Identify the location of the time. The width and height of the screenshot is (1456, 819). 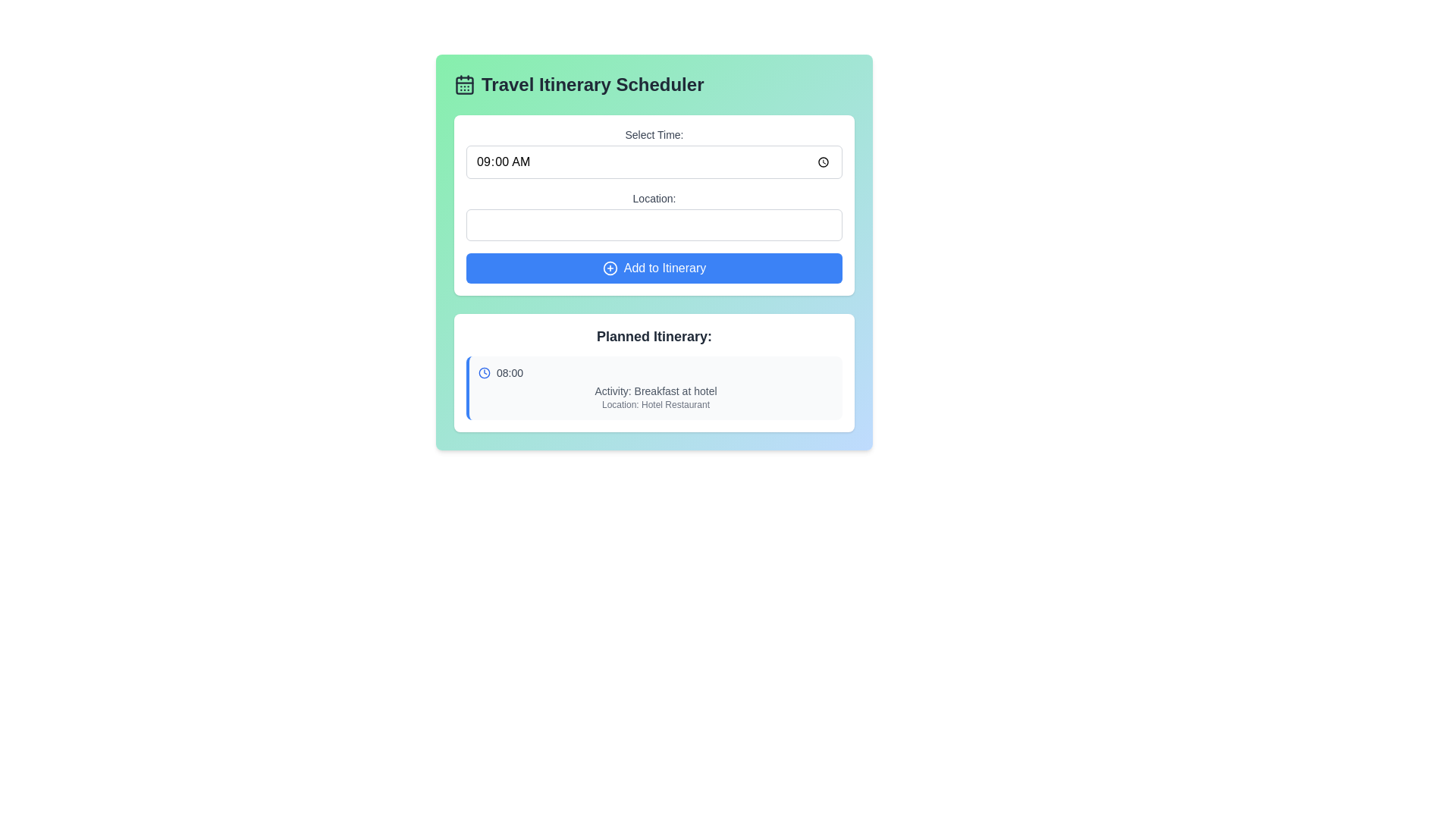
(654, 162).